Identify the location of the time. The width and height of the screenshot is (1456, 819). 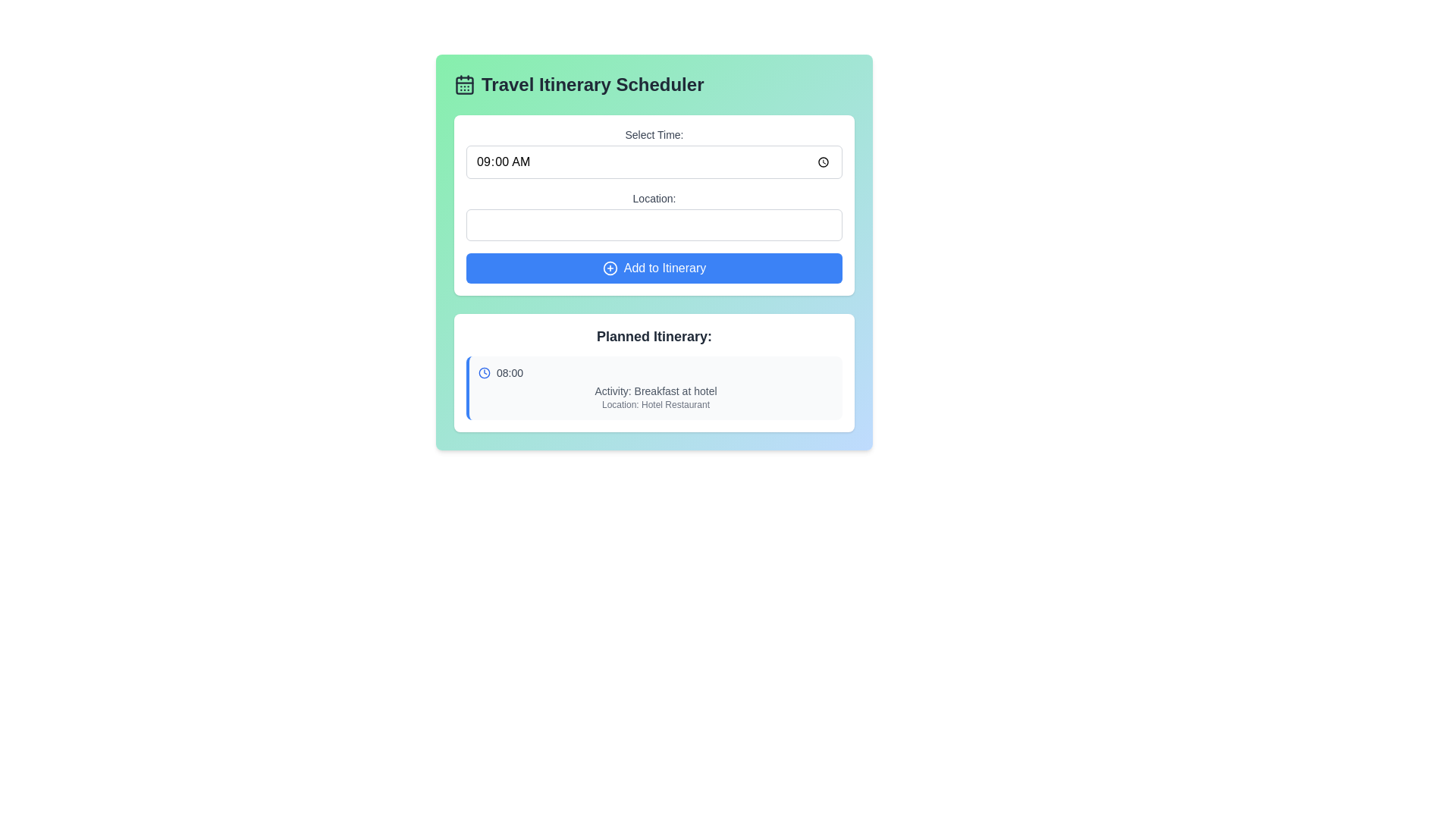
(654, 162).